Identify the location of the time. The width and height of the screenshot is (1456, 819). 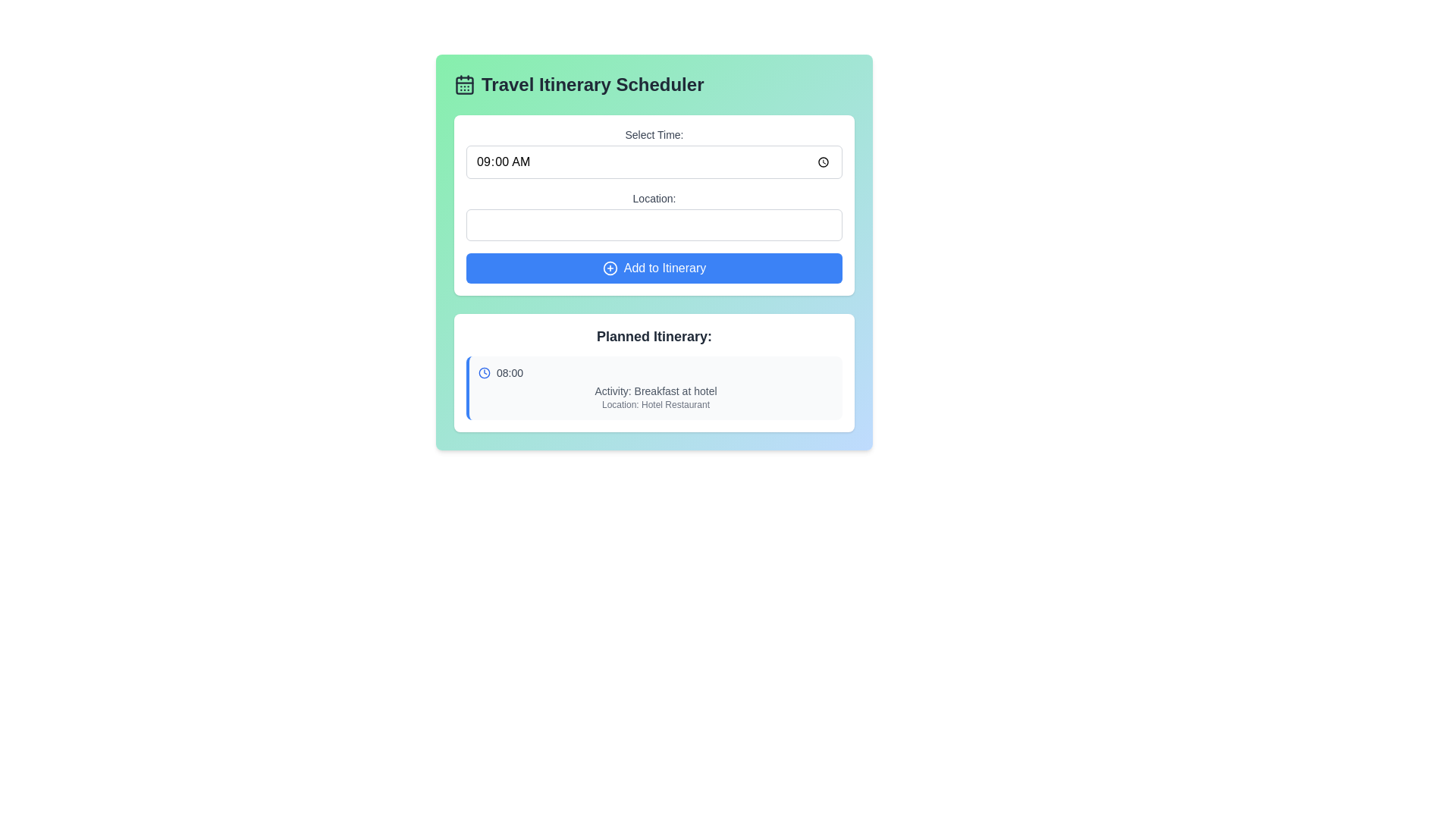
(654, 162).